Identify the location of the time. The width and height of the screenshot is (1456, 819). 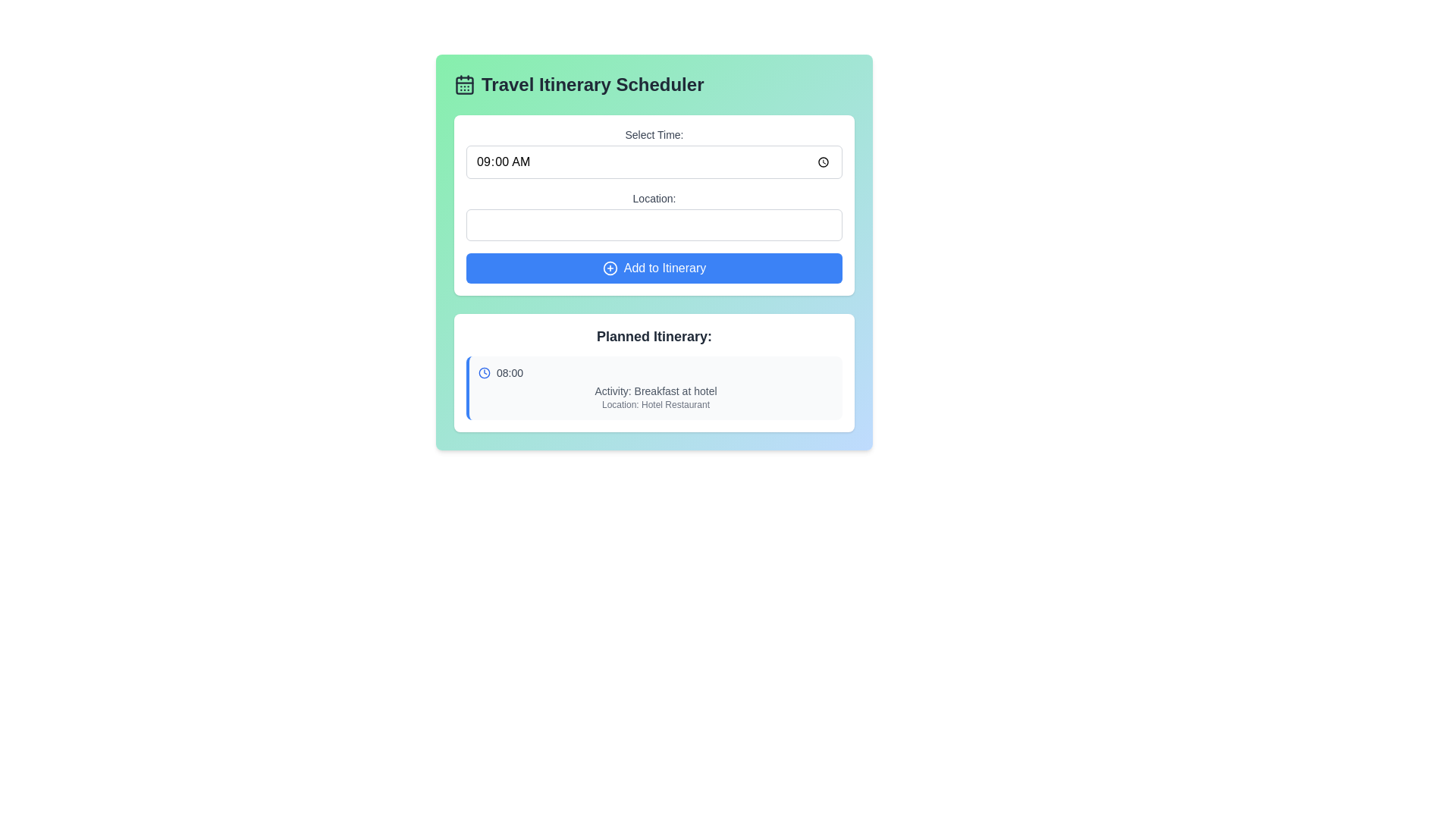
(654, 162).